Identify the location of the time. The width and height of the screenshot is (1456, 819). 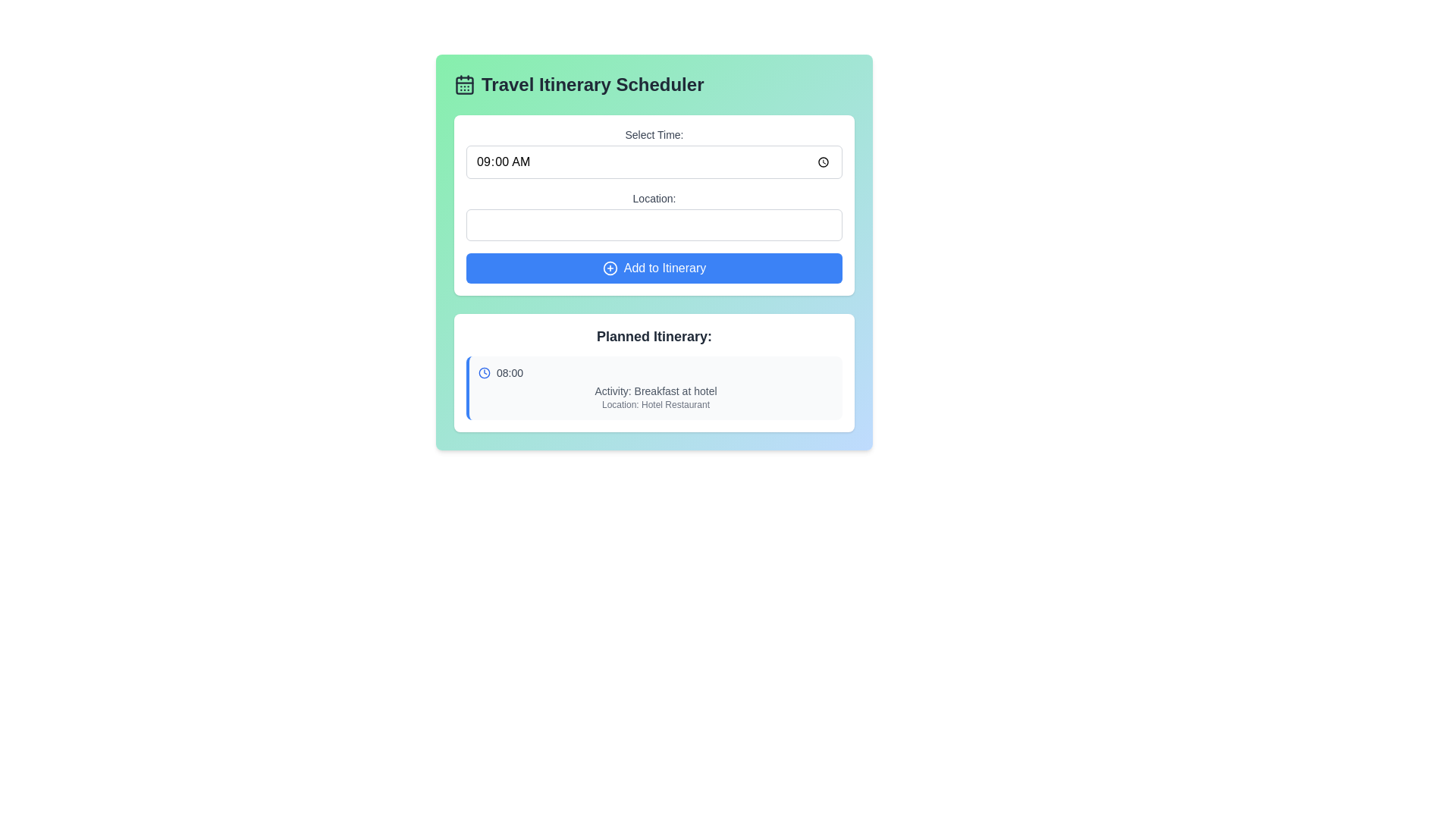
(654, 162).